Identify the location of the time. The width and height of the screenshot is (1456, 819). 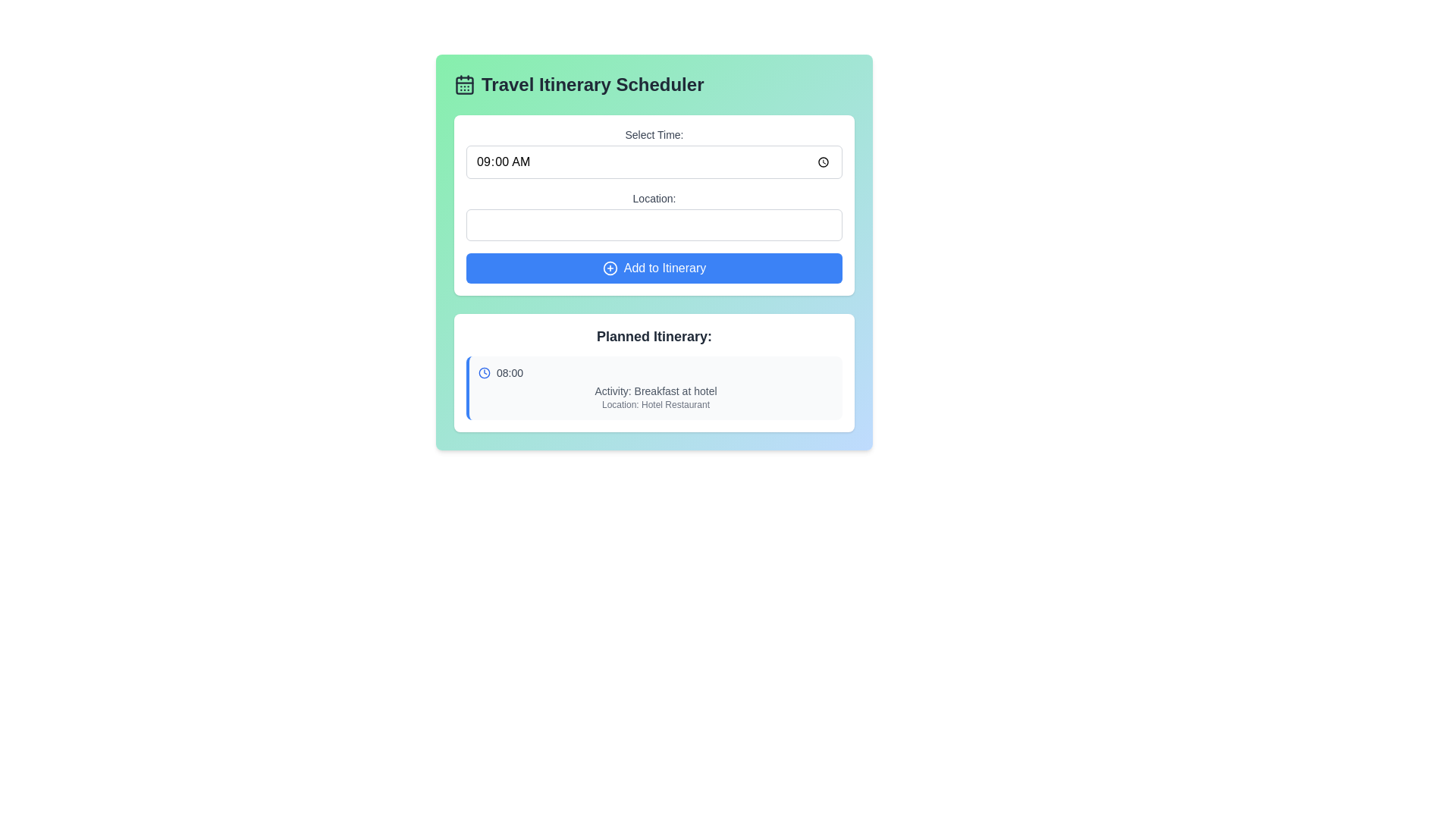
(654, 162).